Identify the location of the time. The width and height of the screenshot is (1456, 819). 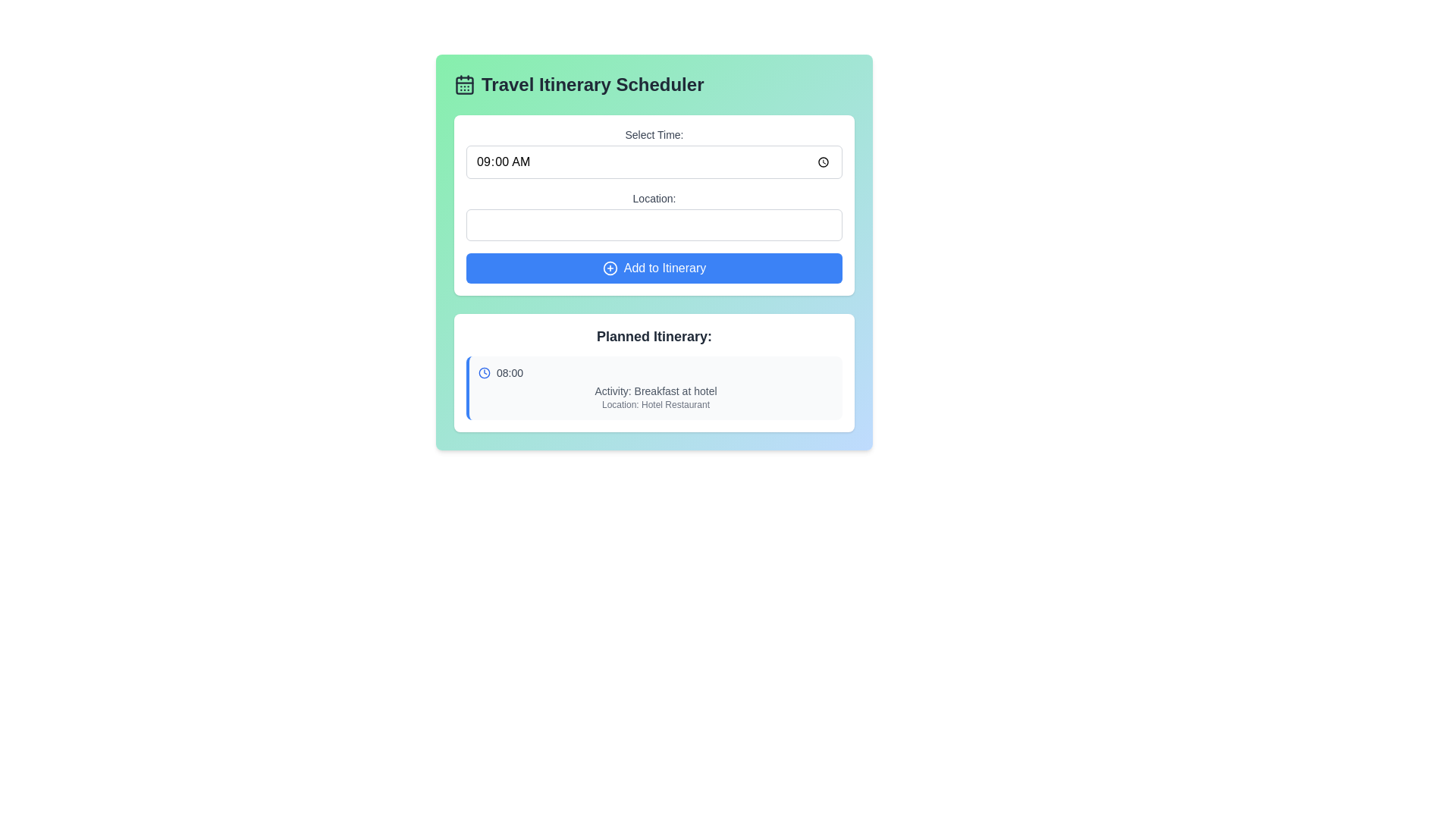
(654, 162).